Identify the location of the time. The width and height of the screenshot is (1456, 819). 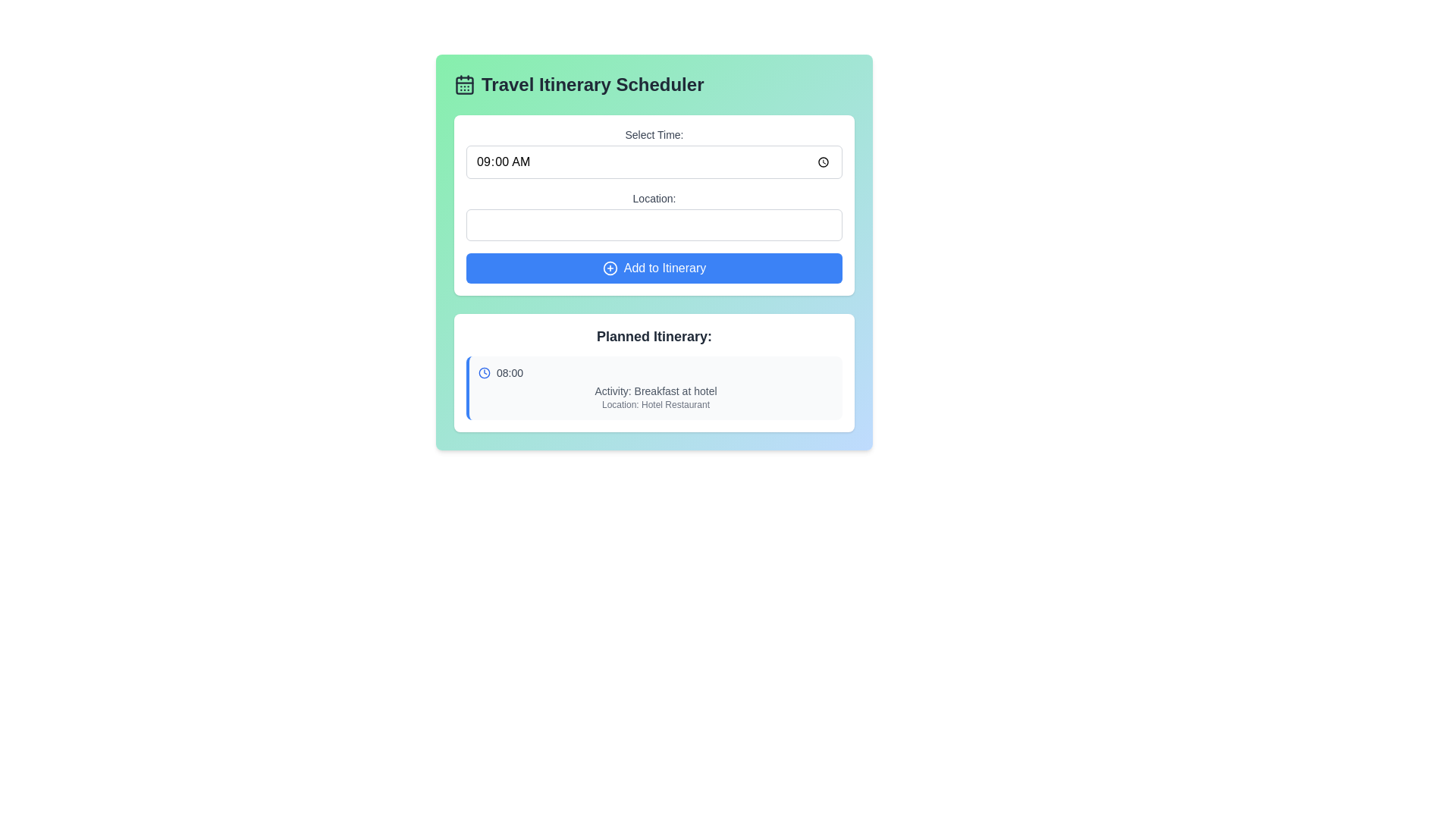
(654, 162).